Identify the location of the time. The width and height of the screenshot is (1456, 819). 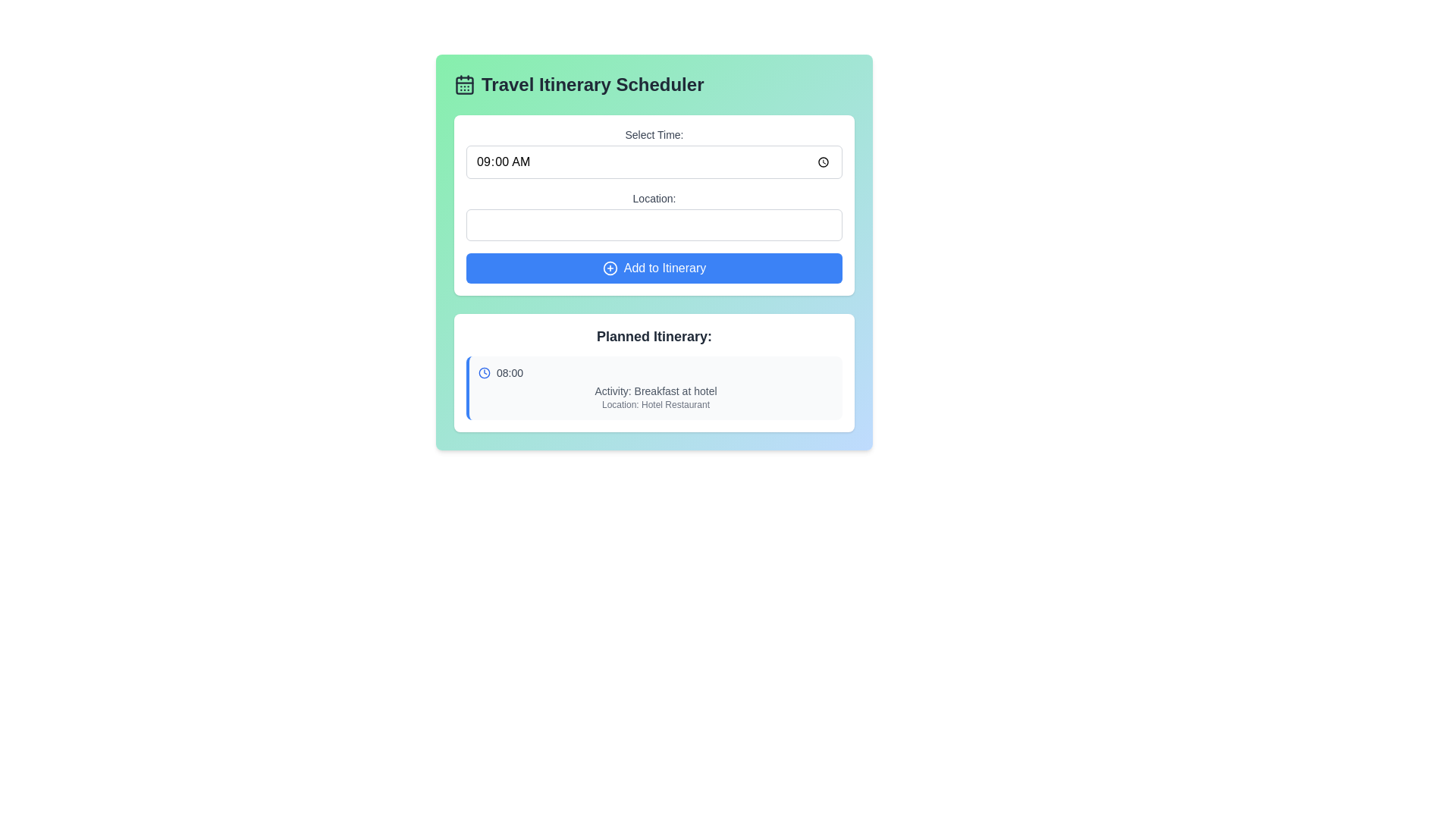
(654, 162).